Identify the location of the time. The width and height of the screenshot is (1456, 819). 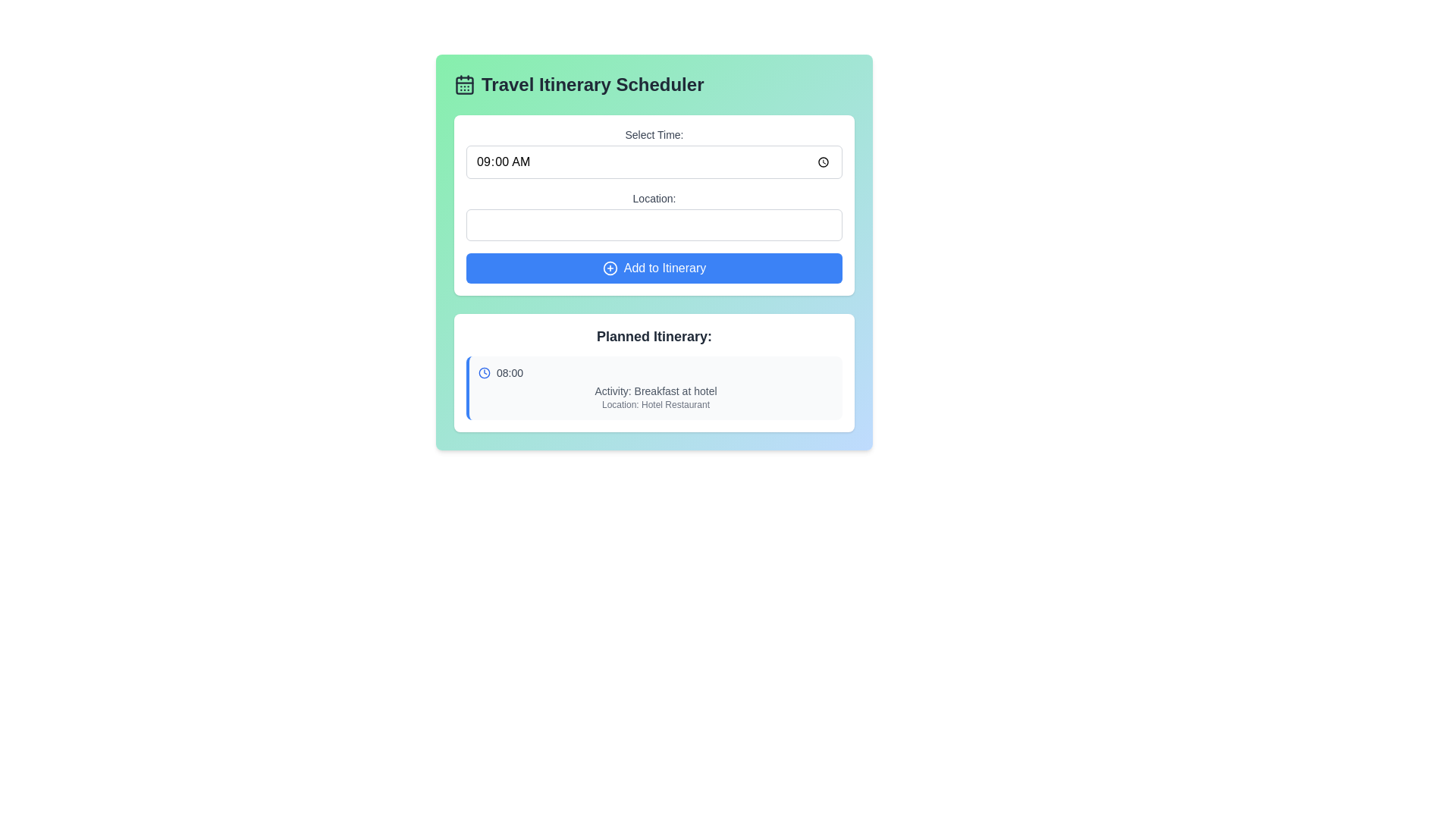
(654, 162).